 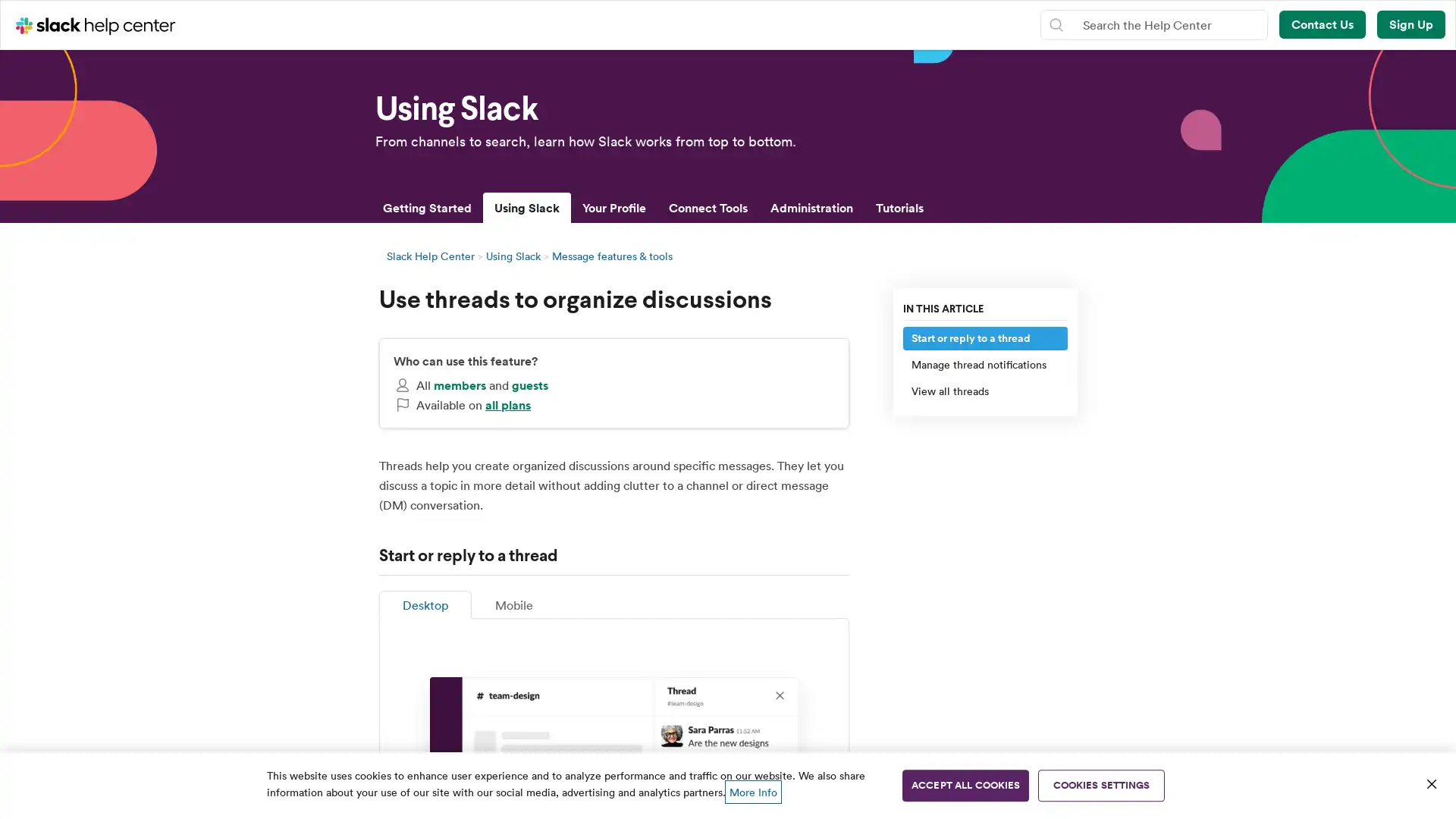 What do you see at coordinates (1430, 783) in the screenshot?
I see `Close` at bounding box center [1430, 783].